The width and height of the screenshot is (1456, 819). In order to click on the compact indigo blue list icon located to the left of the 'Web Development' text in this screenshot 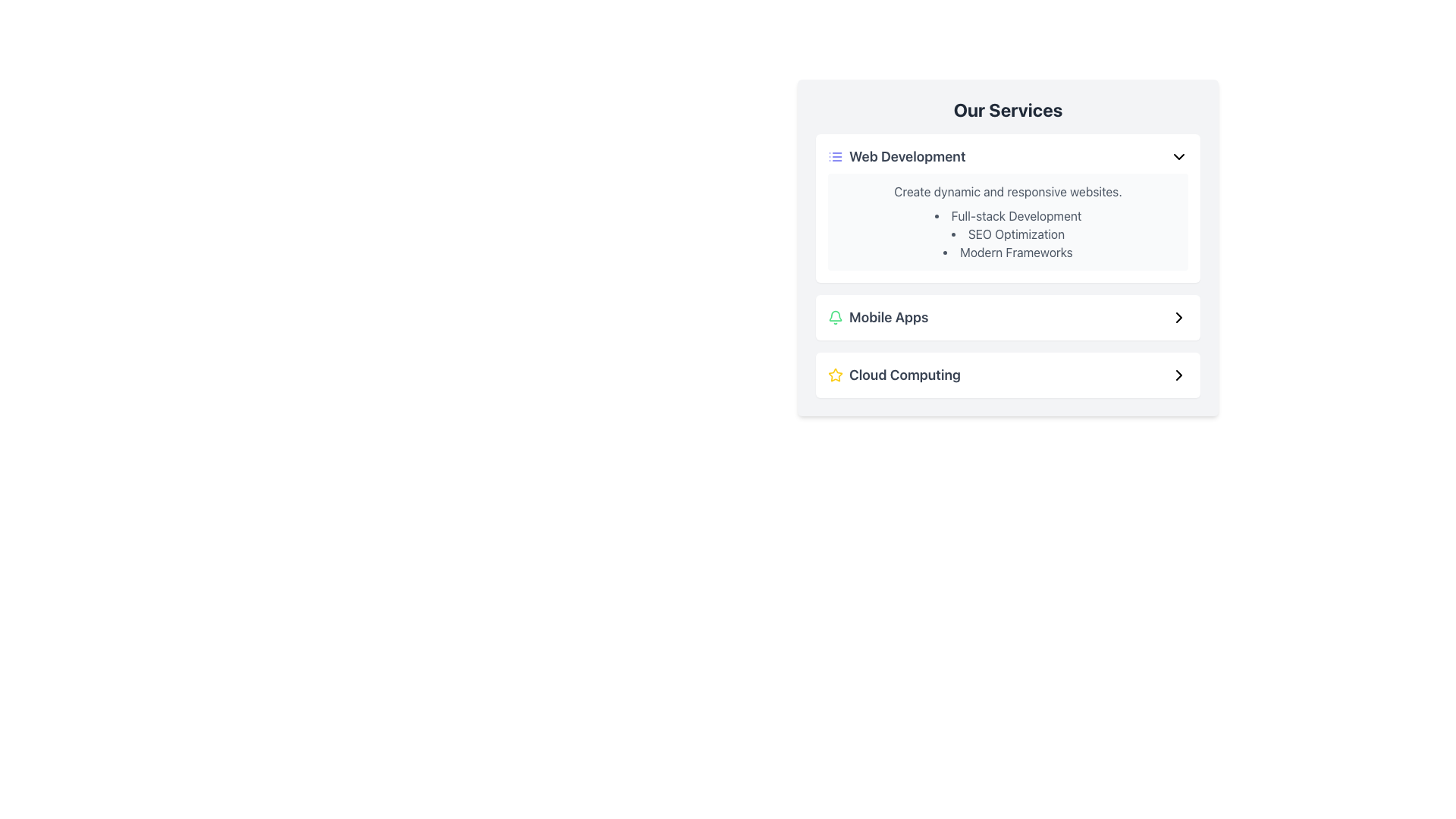, I will do `click(835, 157)`.